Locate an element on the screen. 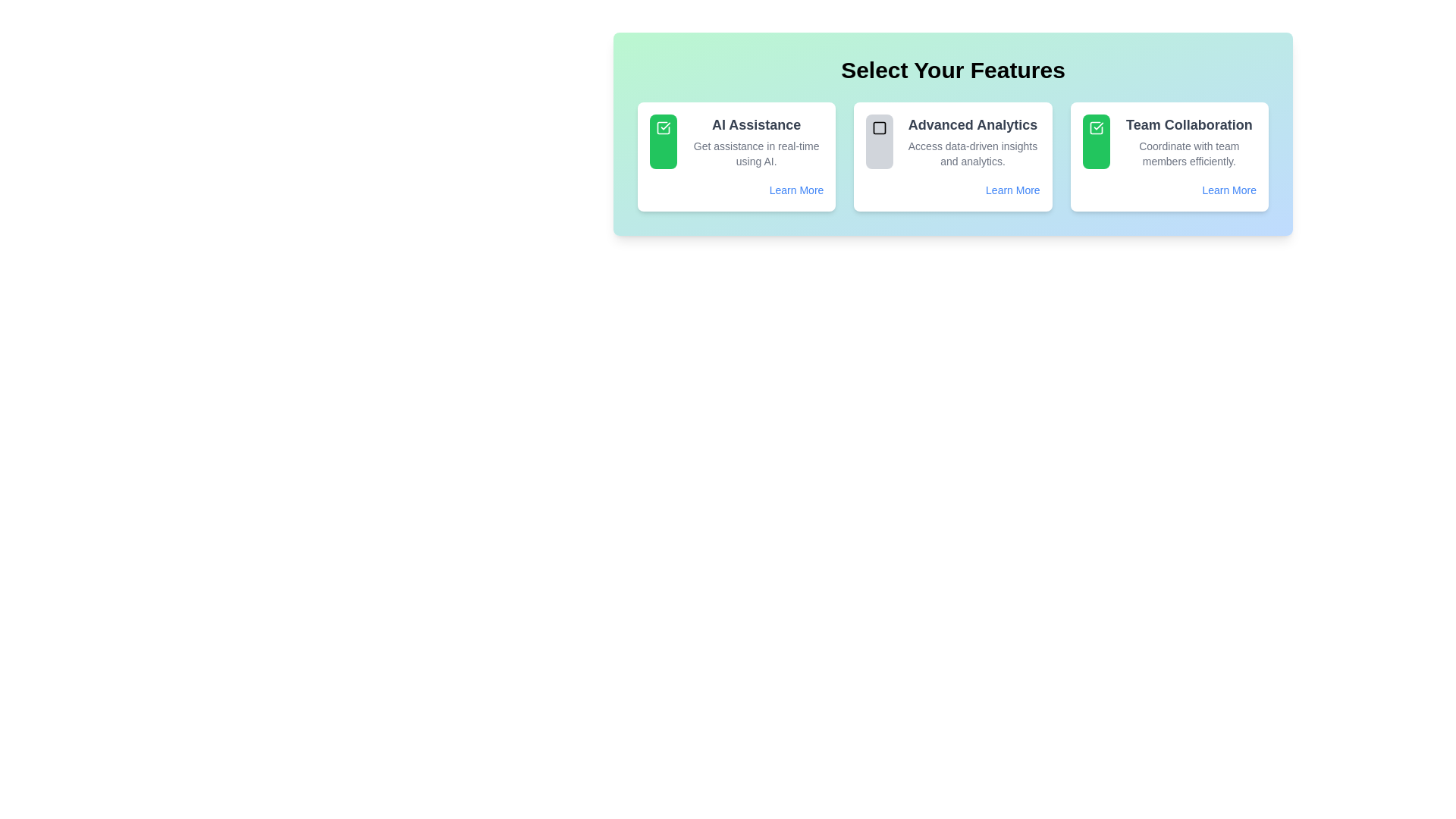 The width and height of the screenshot is (1456, 819). the SVG graphical element, which is a square with rounded corners and a distinct border color, located within the second card of the 'Select Your Features' section is located at coordinates (880, 127).